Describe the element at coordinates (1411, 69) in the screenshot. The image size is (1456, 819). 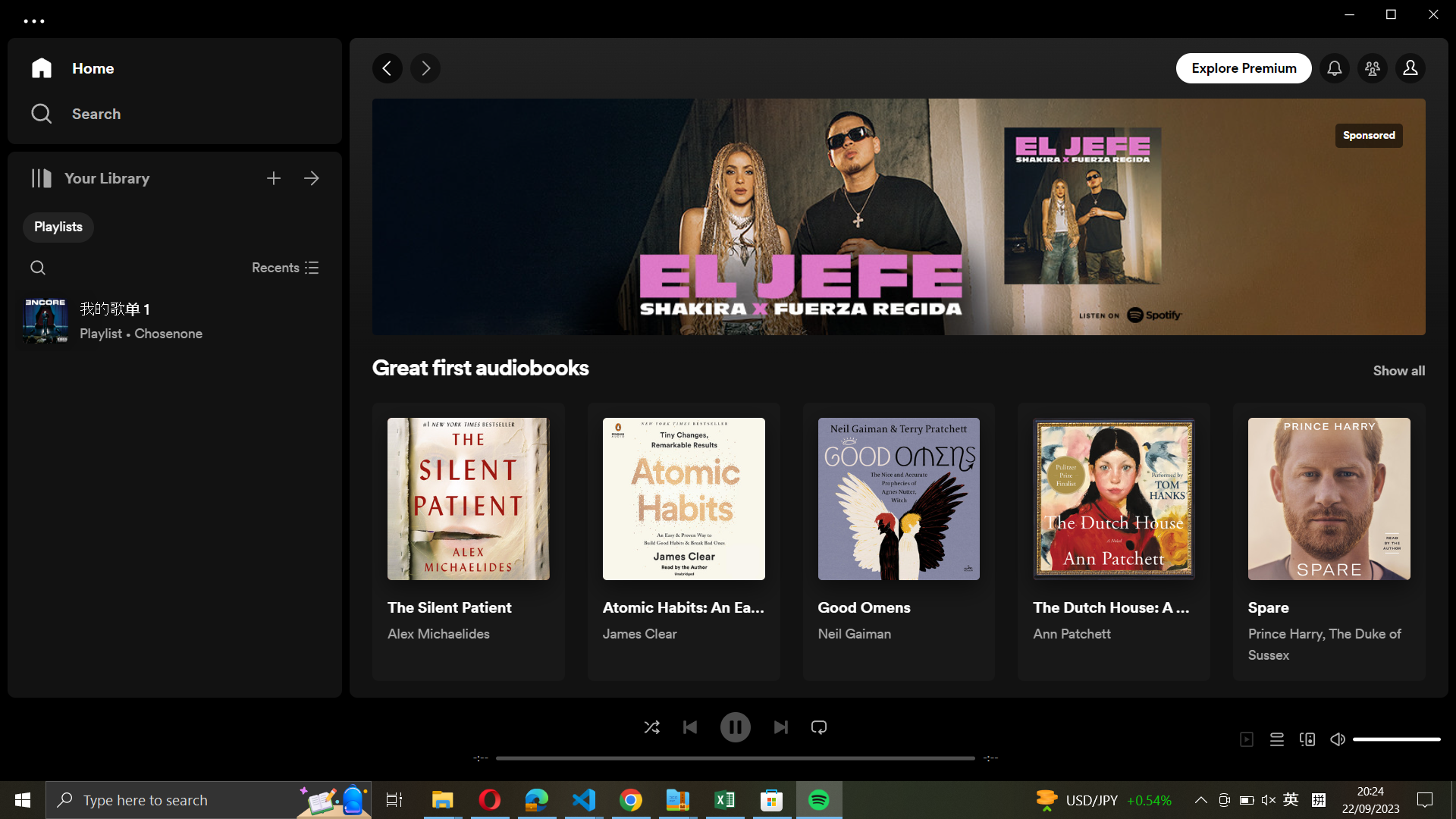
I see `the personalized account` at that location.